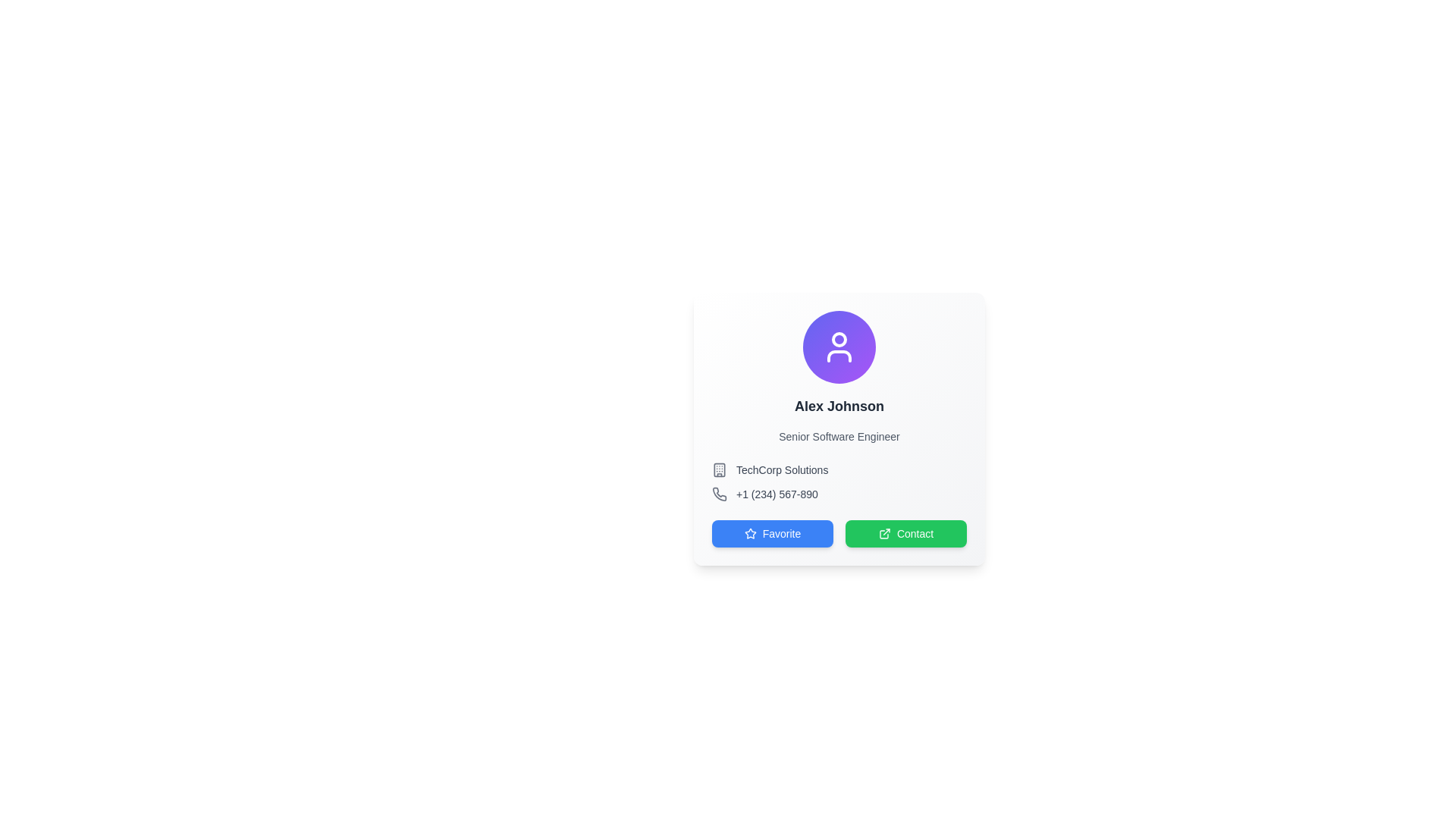 The height and width of the screenshot is (819, 1456). Describe the element at coordinates (839, 376) in the screenshot. I see `the Profile Header Section containing the user icon and the name 'Alex Johnson' for reading` at that location.